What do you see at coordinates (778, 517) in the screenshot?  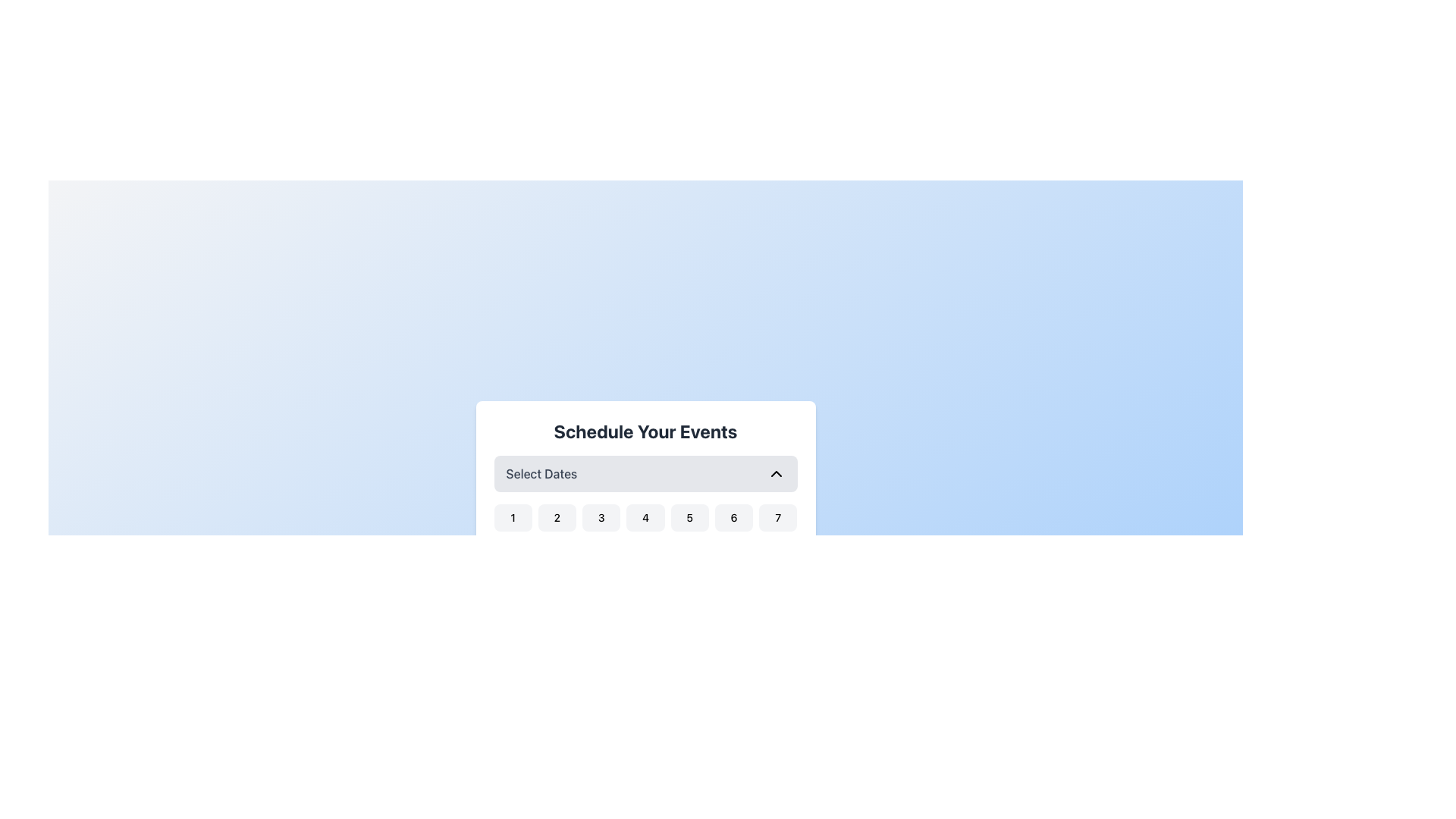 I see `the button representing the selectable option in the first row and seventh column of the grid` at bounding box center [778, 517].